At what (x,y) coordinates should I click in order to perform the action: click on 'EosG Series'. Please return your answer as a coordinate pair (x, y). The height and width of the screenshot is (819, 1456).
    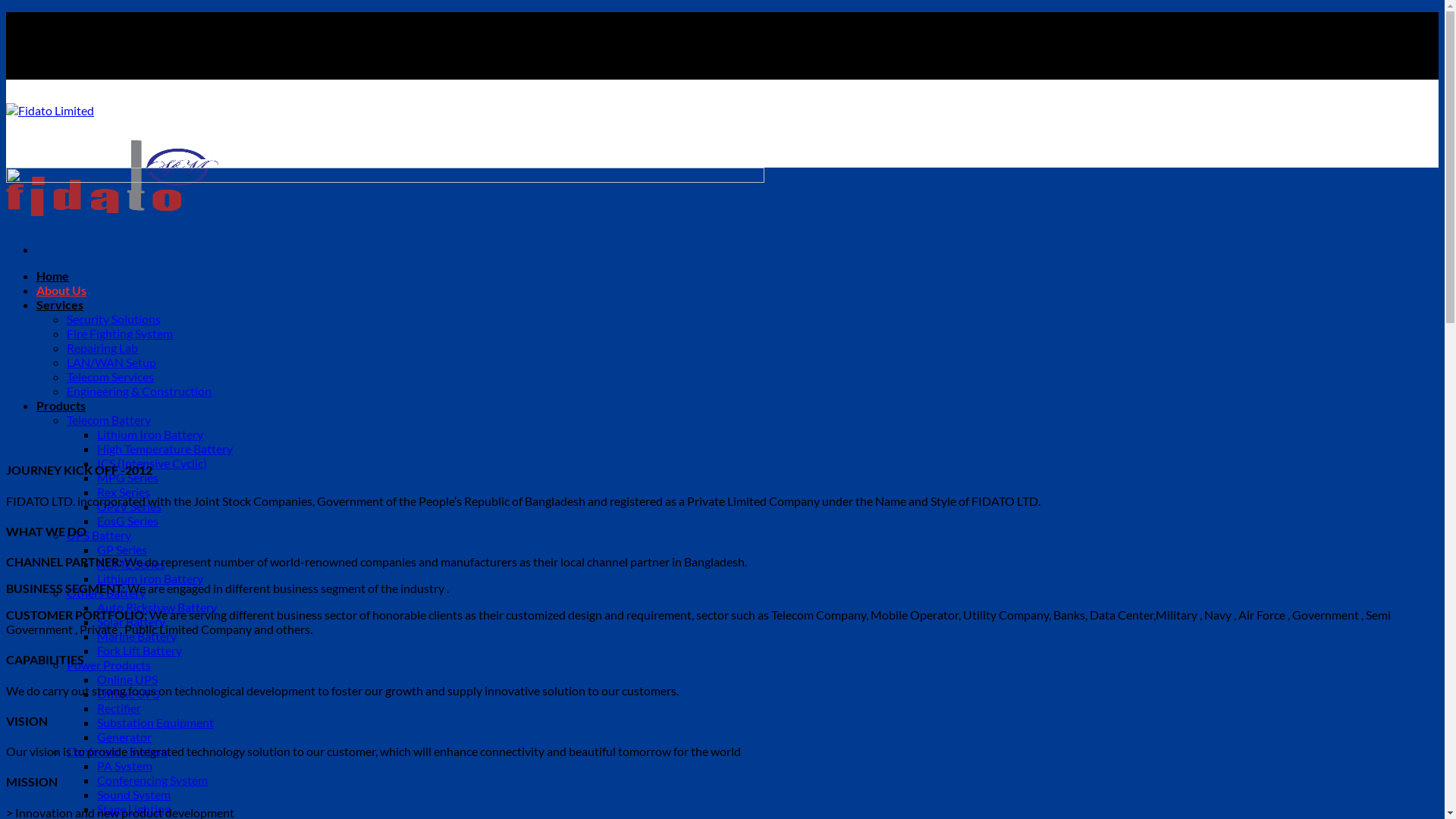
    Looking at the image, I should click on (127, 519).